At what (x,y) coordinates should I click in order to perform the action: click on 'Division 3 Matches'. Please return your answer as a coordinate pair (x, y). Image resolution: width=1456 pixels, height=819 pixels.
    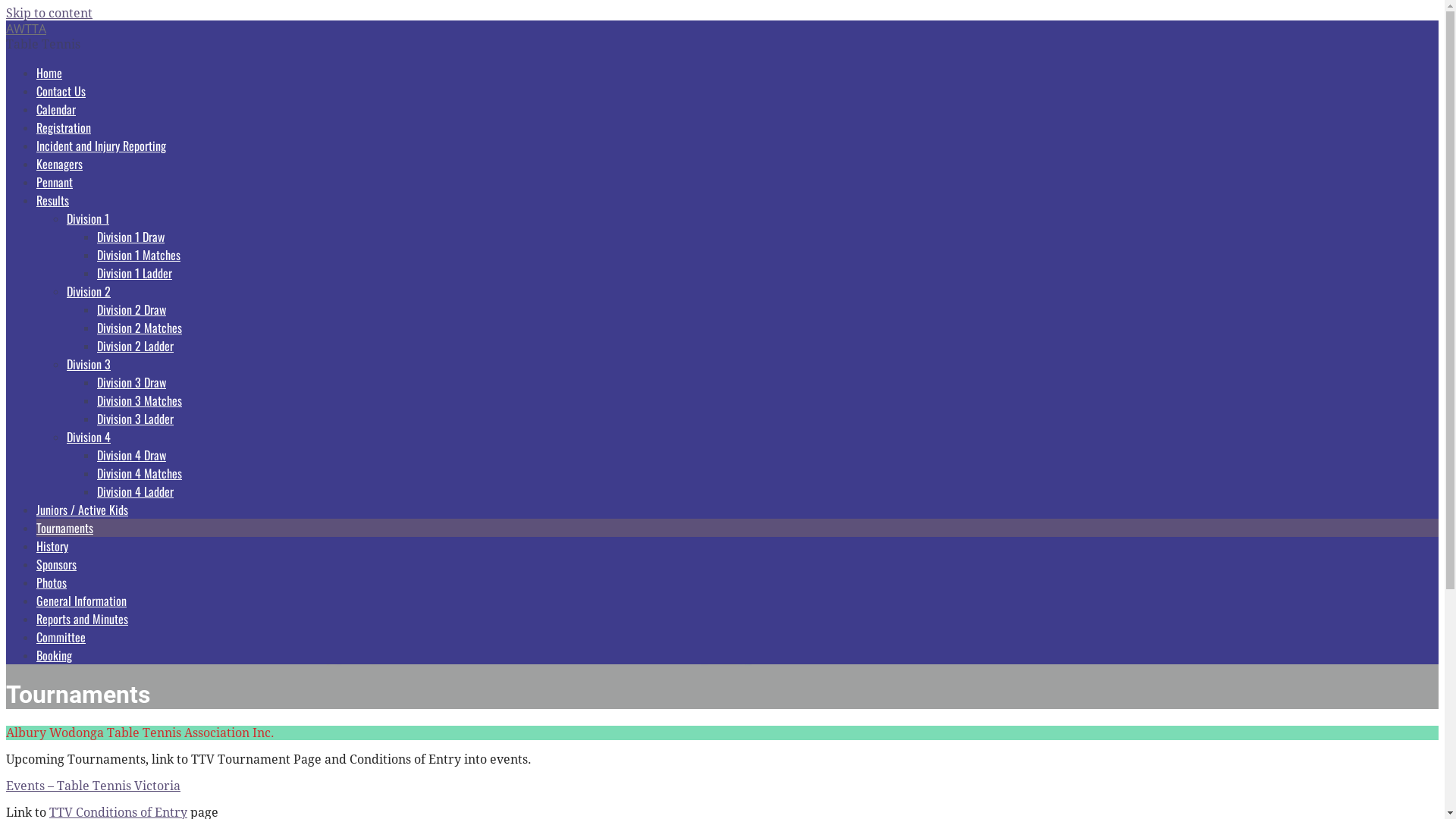
    Looking at the image, I should click on (139, 400).